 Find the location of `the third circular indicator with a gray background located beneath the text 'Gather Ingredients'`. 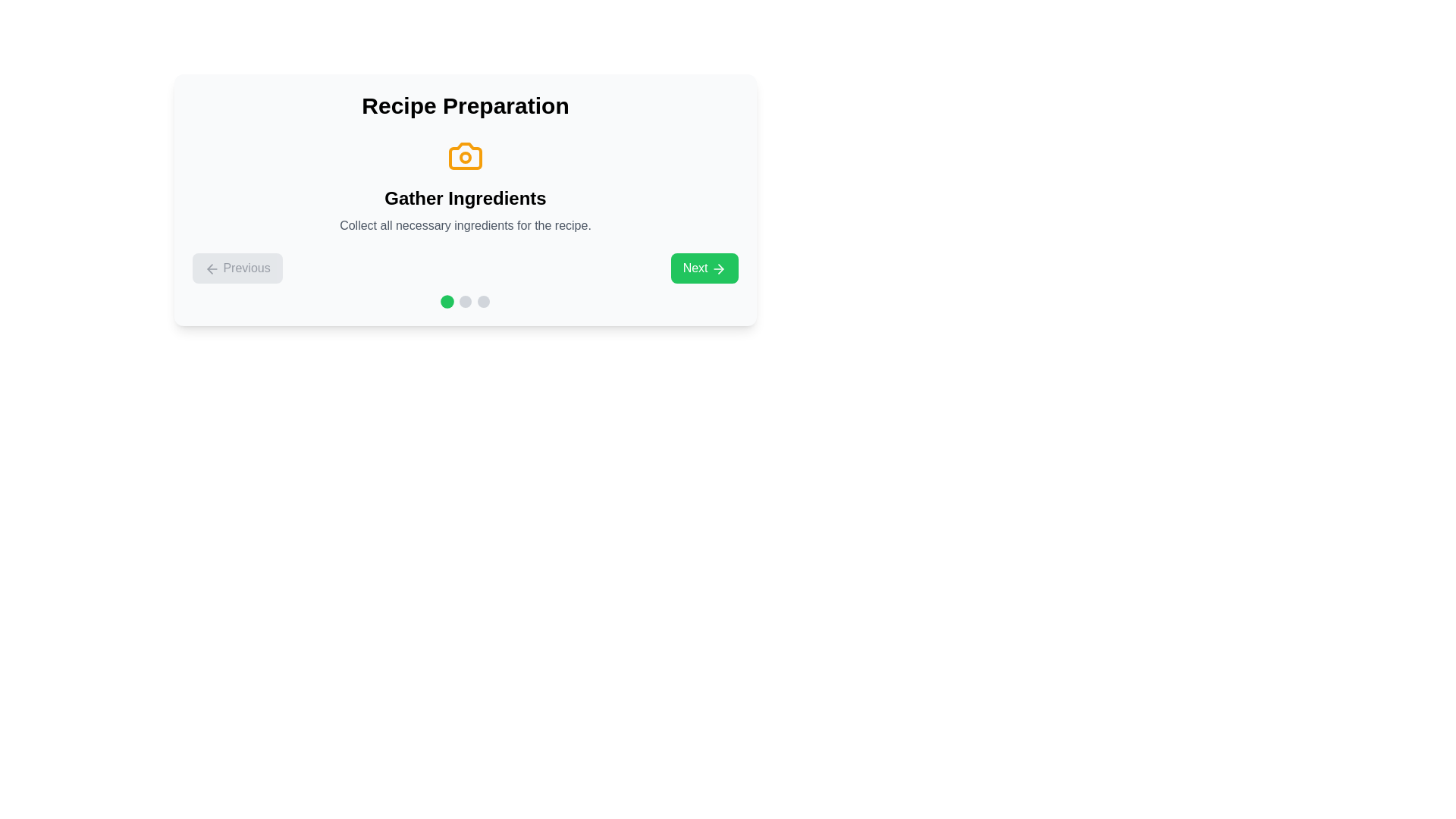

the third circular indicator with a gray background located beneath the text 'Gather Ingredients' is located at coordinates (483, 301).